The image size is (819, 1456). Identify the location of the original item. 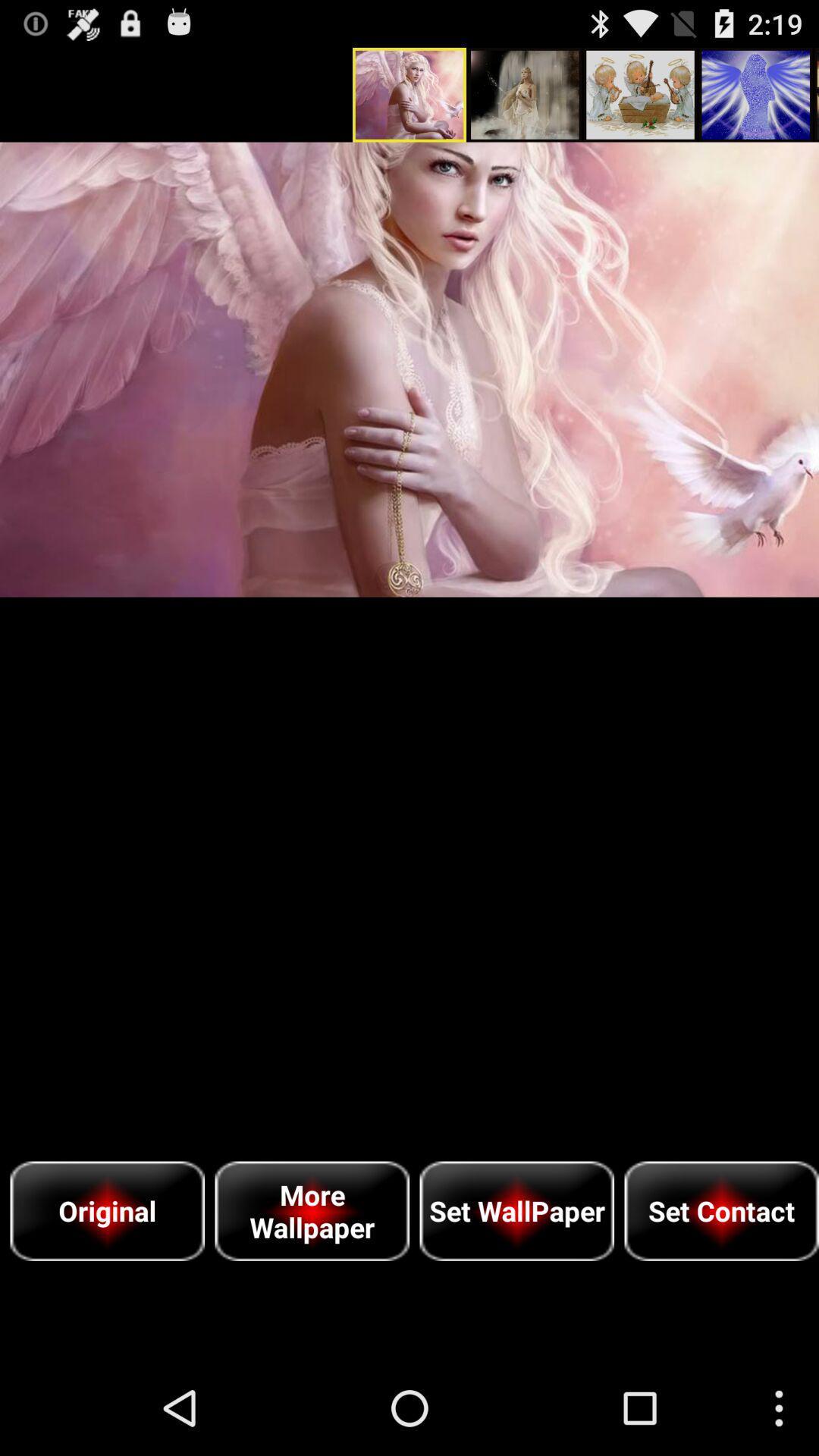
(106, 1210).